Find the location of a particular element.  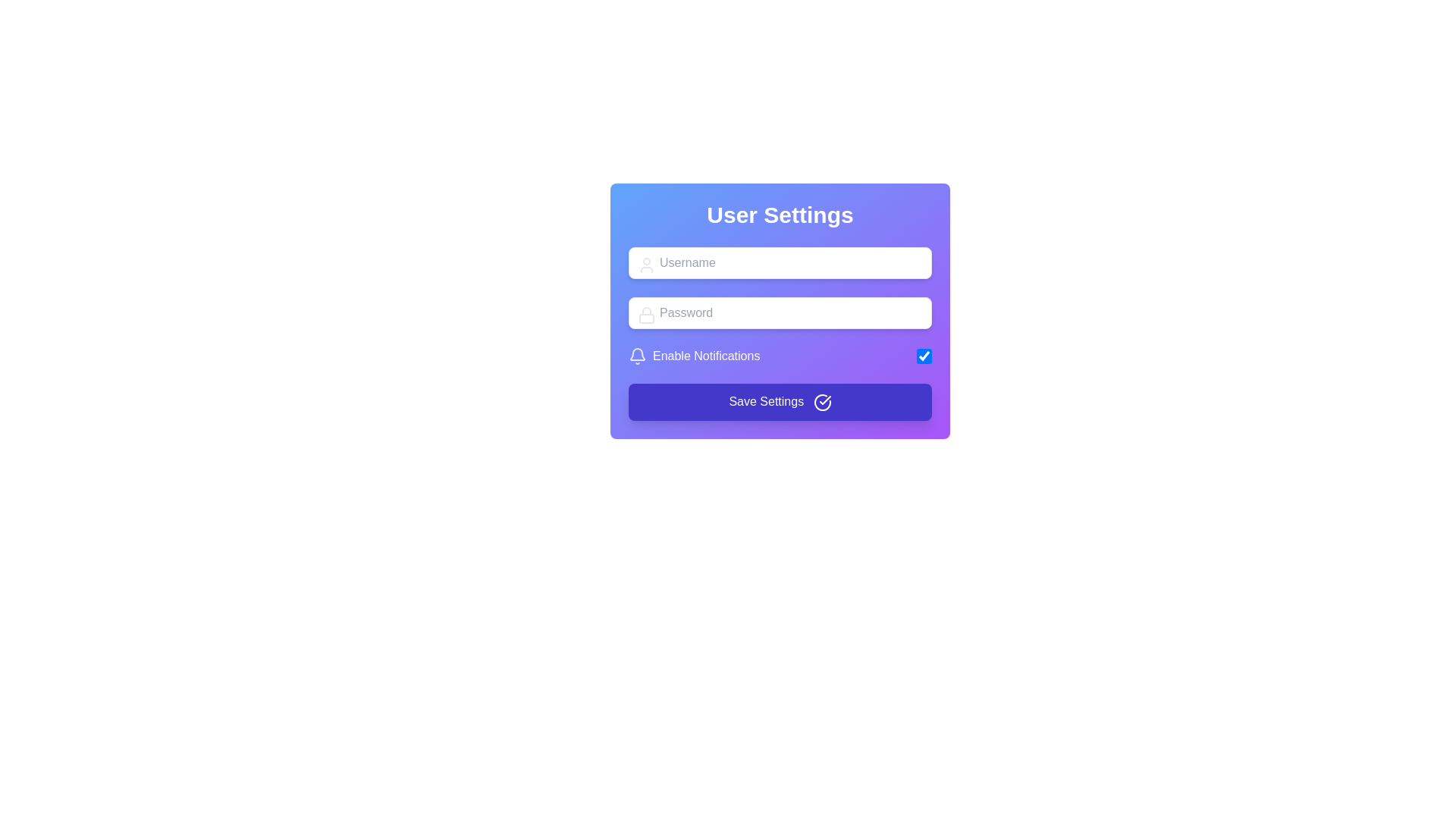

the gray bell icon located to the left of the 'Enable Notifications' text in the settings section is located at coordinates (637, 356).